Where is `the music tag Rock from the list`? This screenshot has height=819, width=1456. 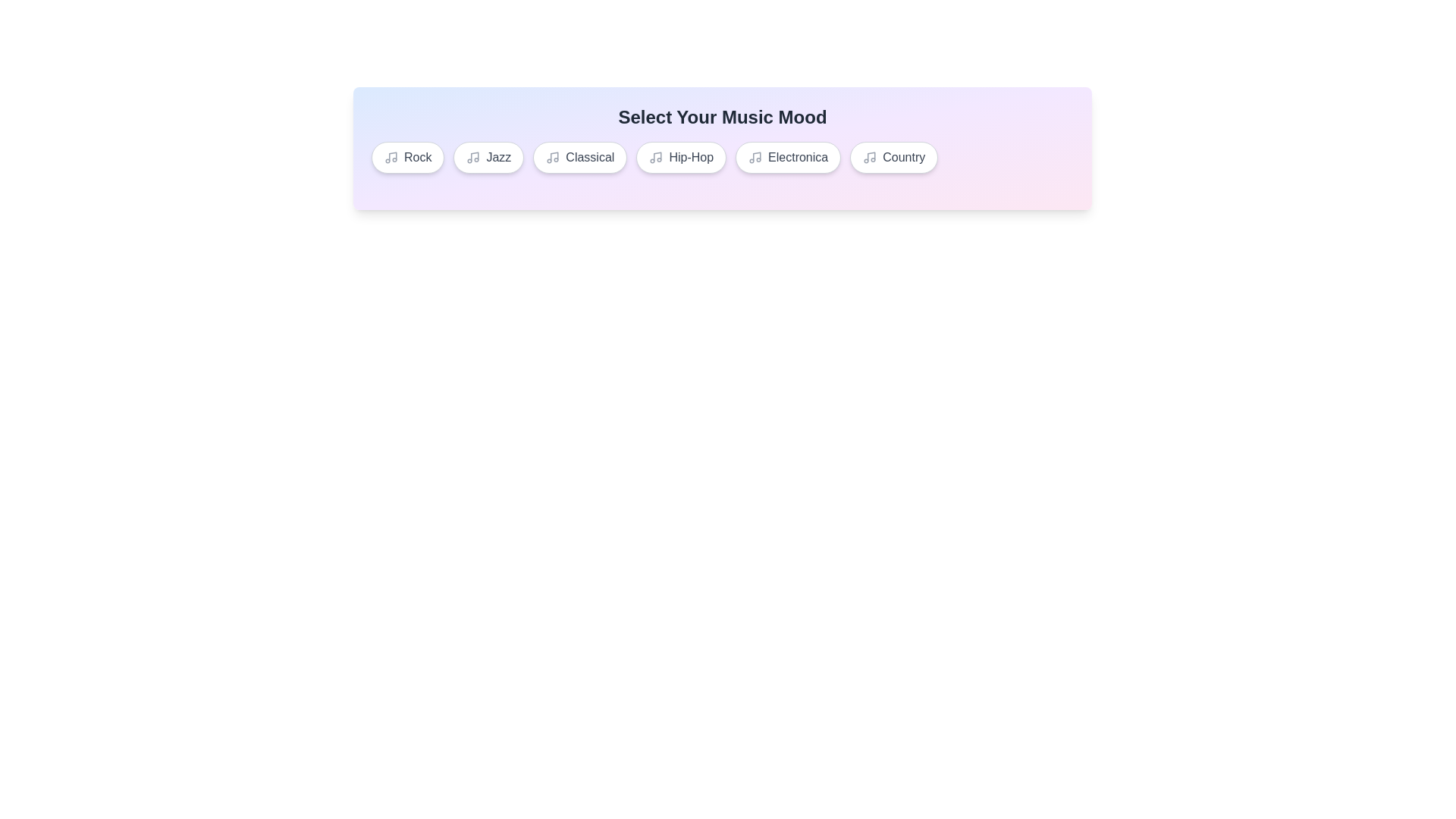 the music tag Rock from the list is located at coordinates (407, 158).